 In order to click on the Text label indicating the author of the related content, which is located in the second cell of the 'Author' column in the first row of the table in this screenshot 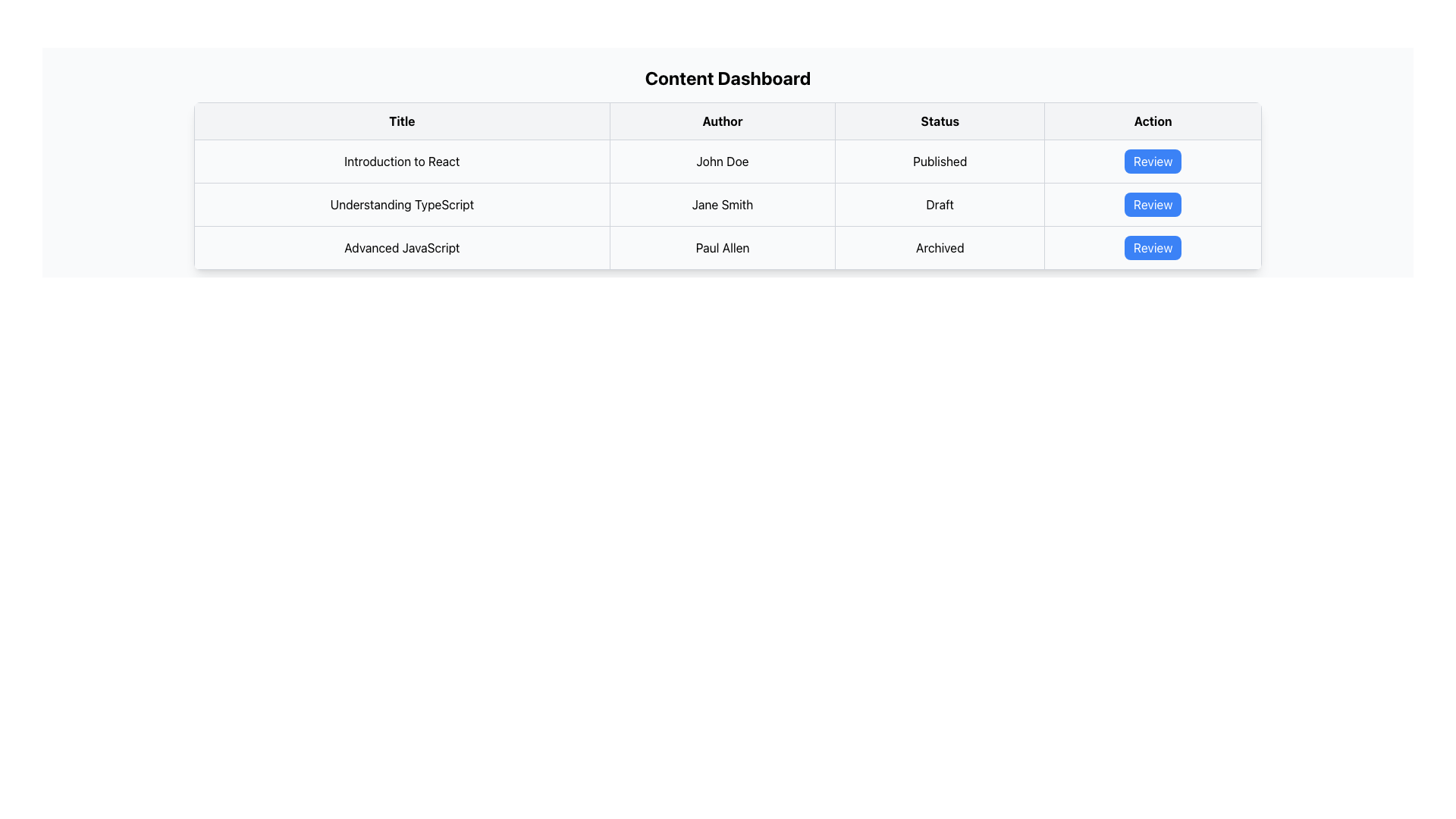, I will do `click(721, 161)`.